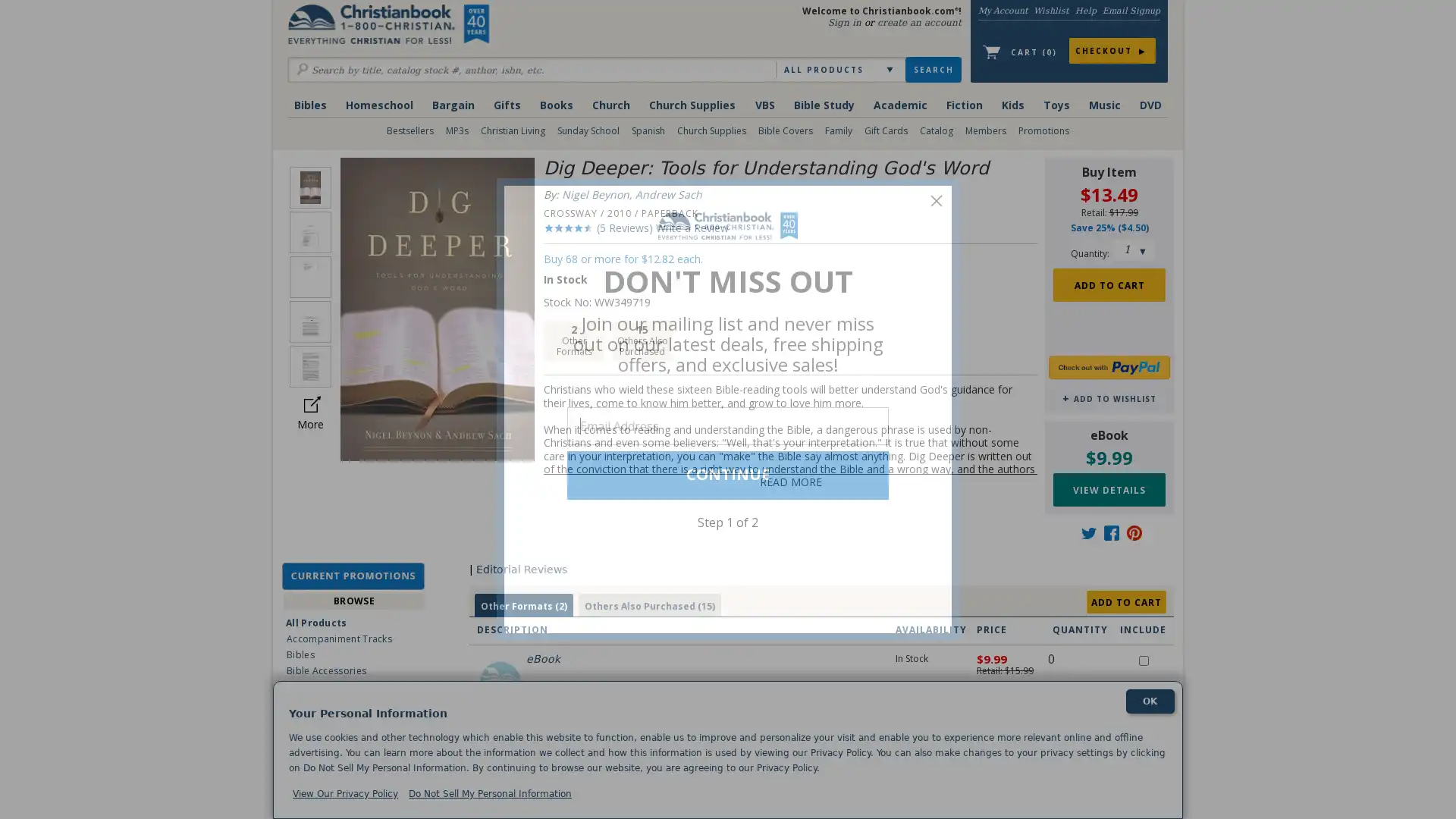 The image size is (1456, 819). Describe the element at coordinates (1109, 397) in the screenshot. I see `Add To Wishlist` at that location.